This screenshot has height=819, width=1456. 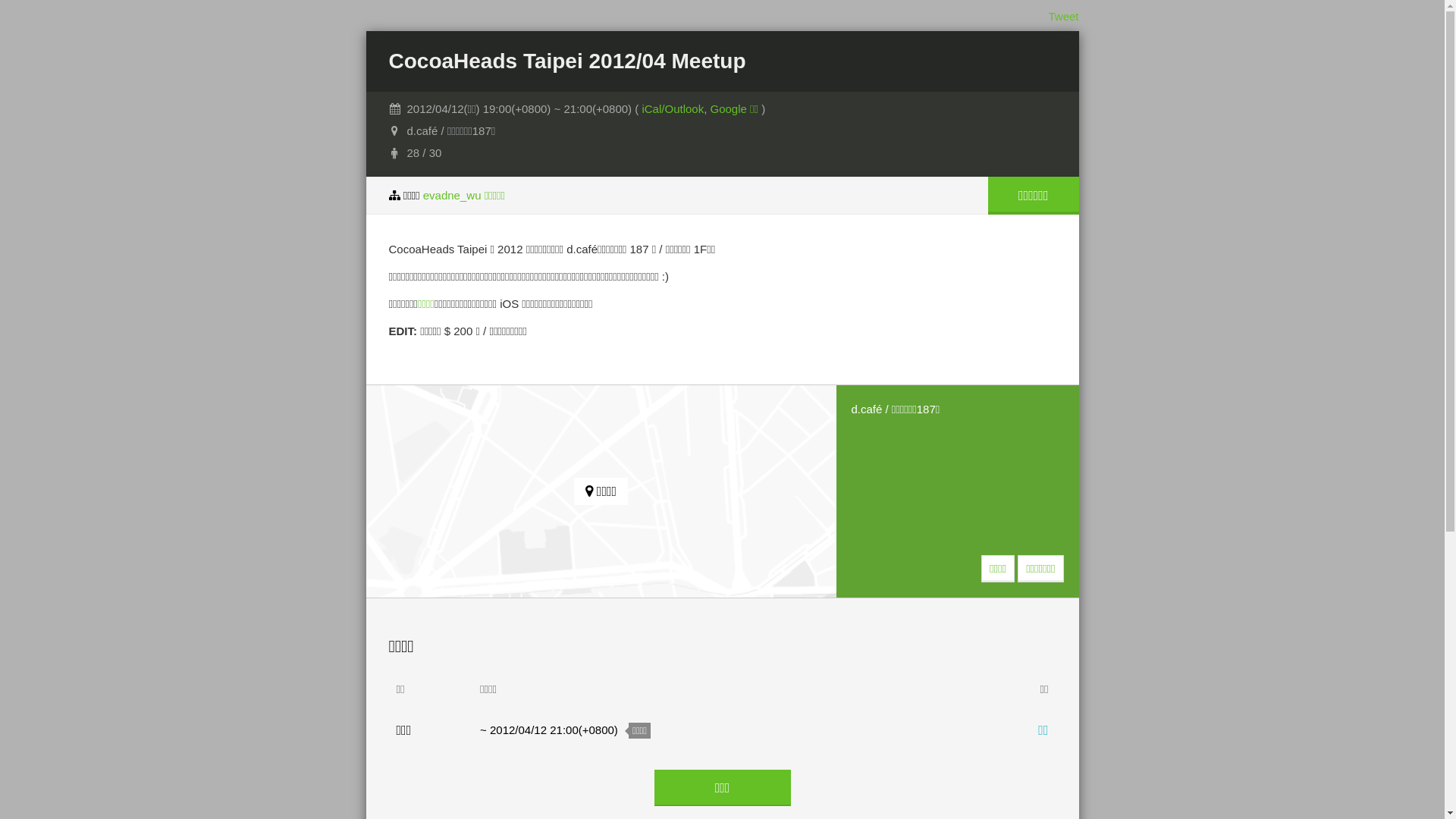 I want to click on 'iCal/Outlook', so click(x=672, y=108).